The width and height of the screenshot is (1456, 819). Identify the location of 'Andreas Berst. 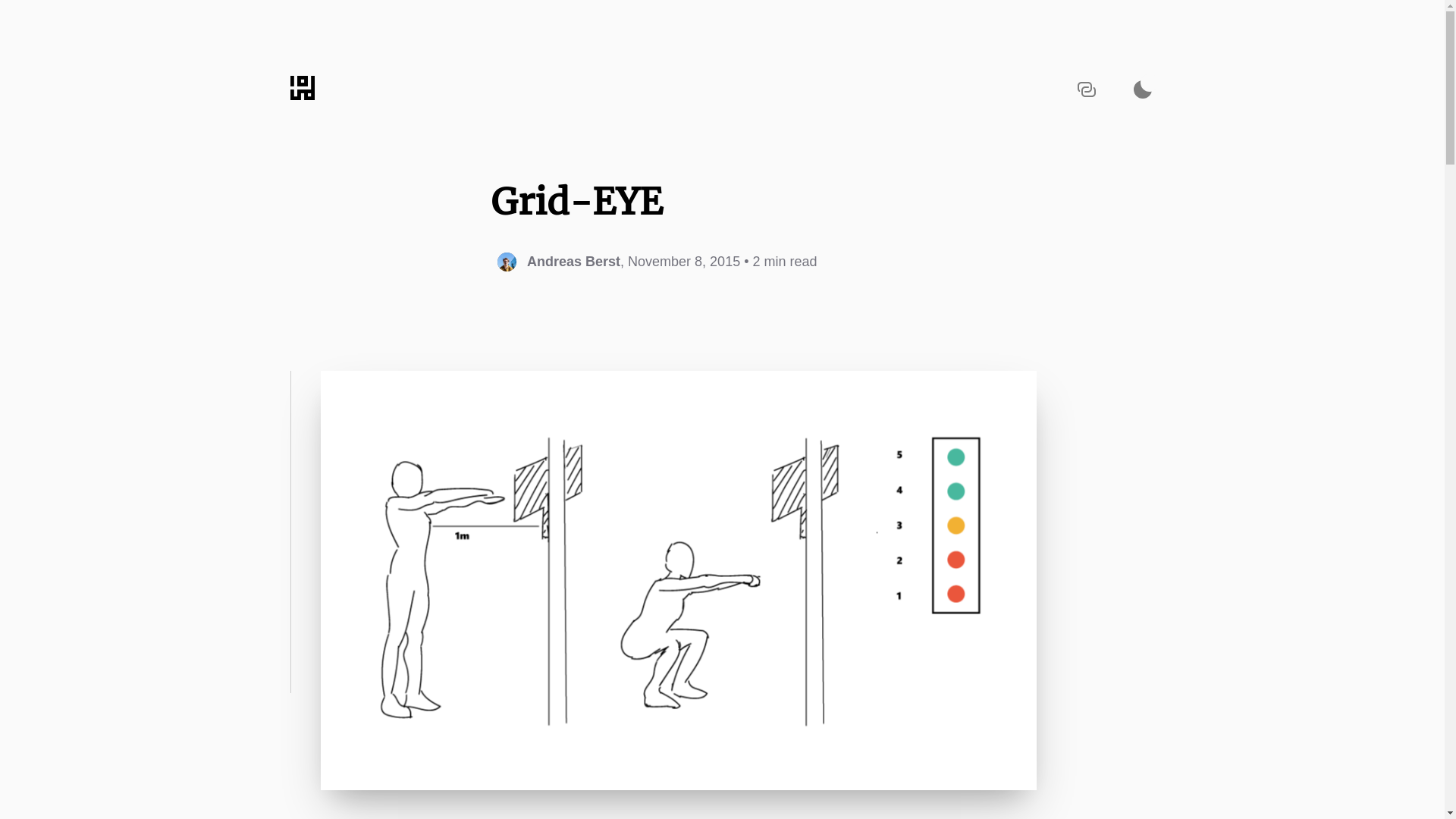
(562, 261).